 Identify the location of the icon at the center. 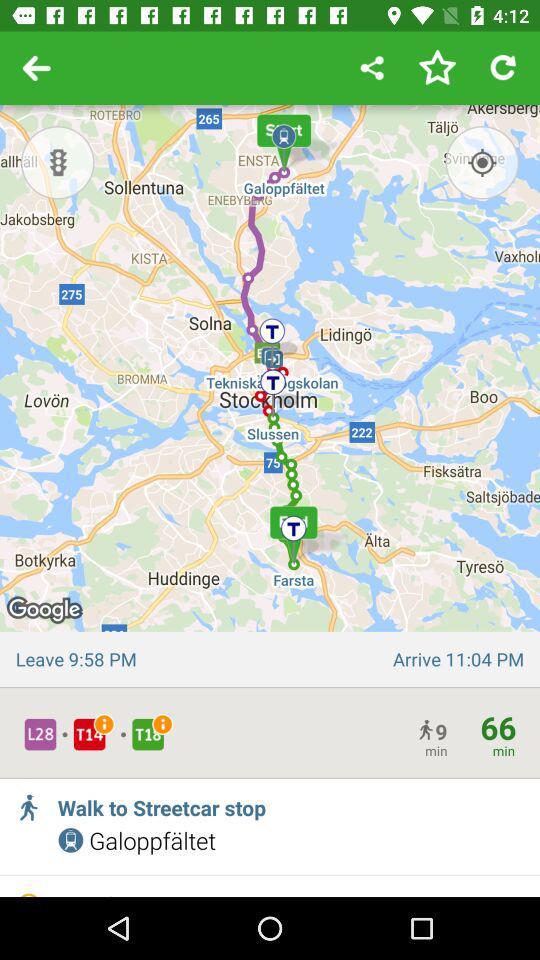
(270, 395).